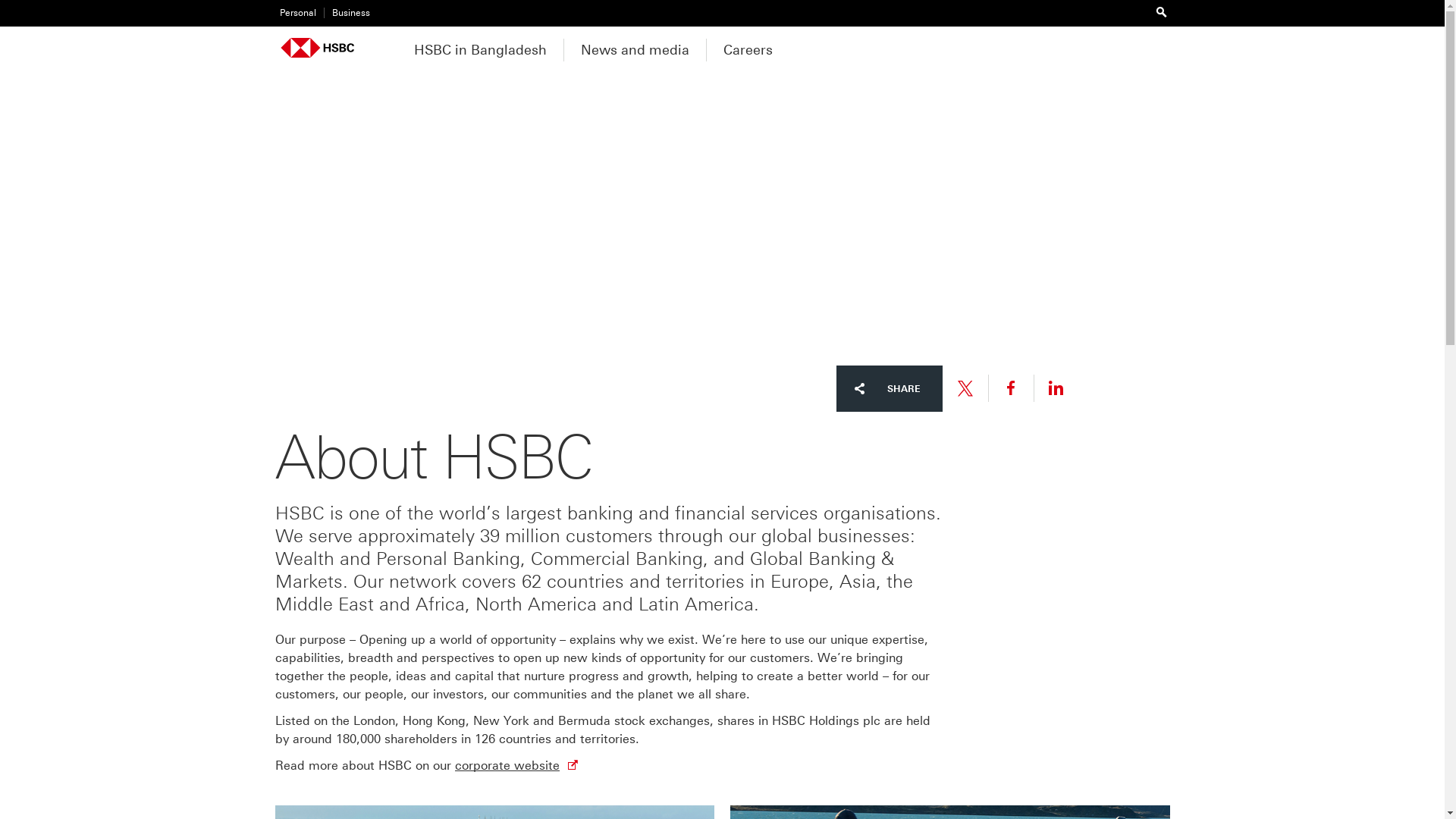 Image resolution: width=1456 pixels, height=819 pixels. What do you see at coordinates (1160, 12) in the screenshot?
I see `'Search'` at bounding box center [1160, 12].